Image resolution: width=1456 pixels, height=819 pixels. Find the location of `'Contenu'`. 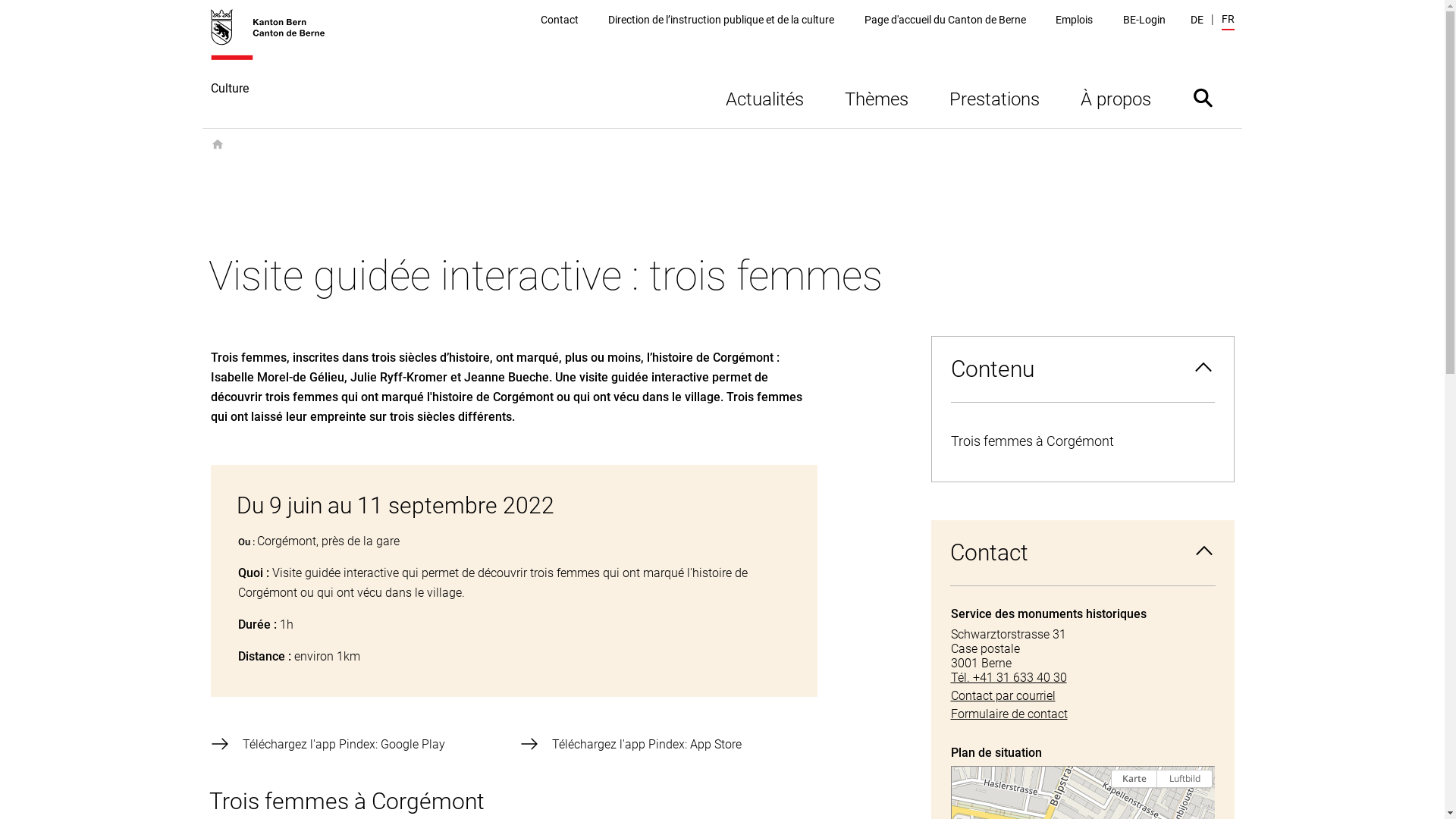

'Contenu' is located at coordinates (1081, 369).